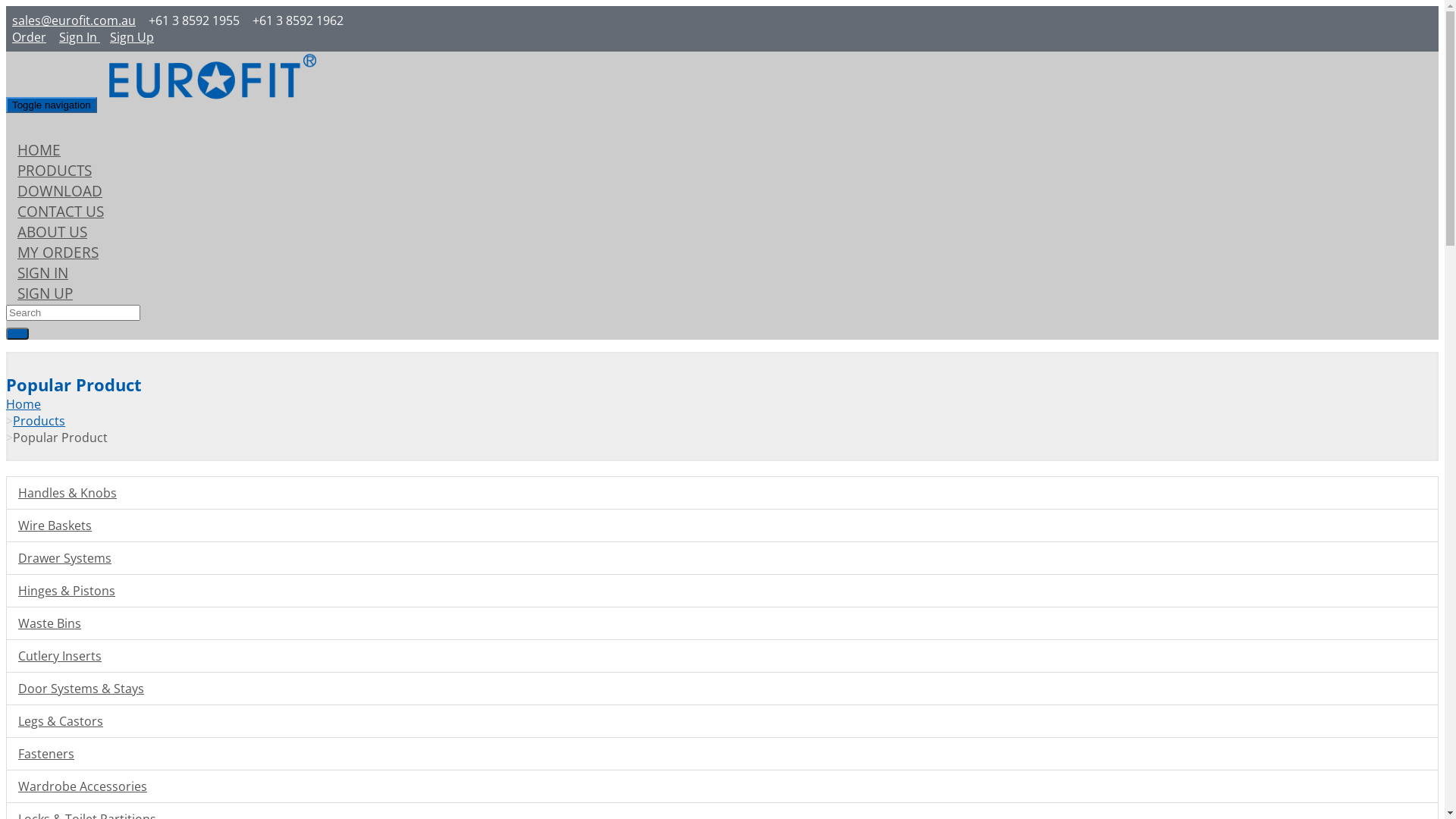  Describe the element at coordinates (39, 421) in the screenshot. I see `'Products'` at that location.